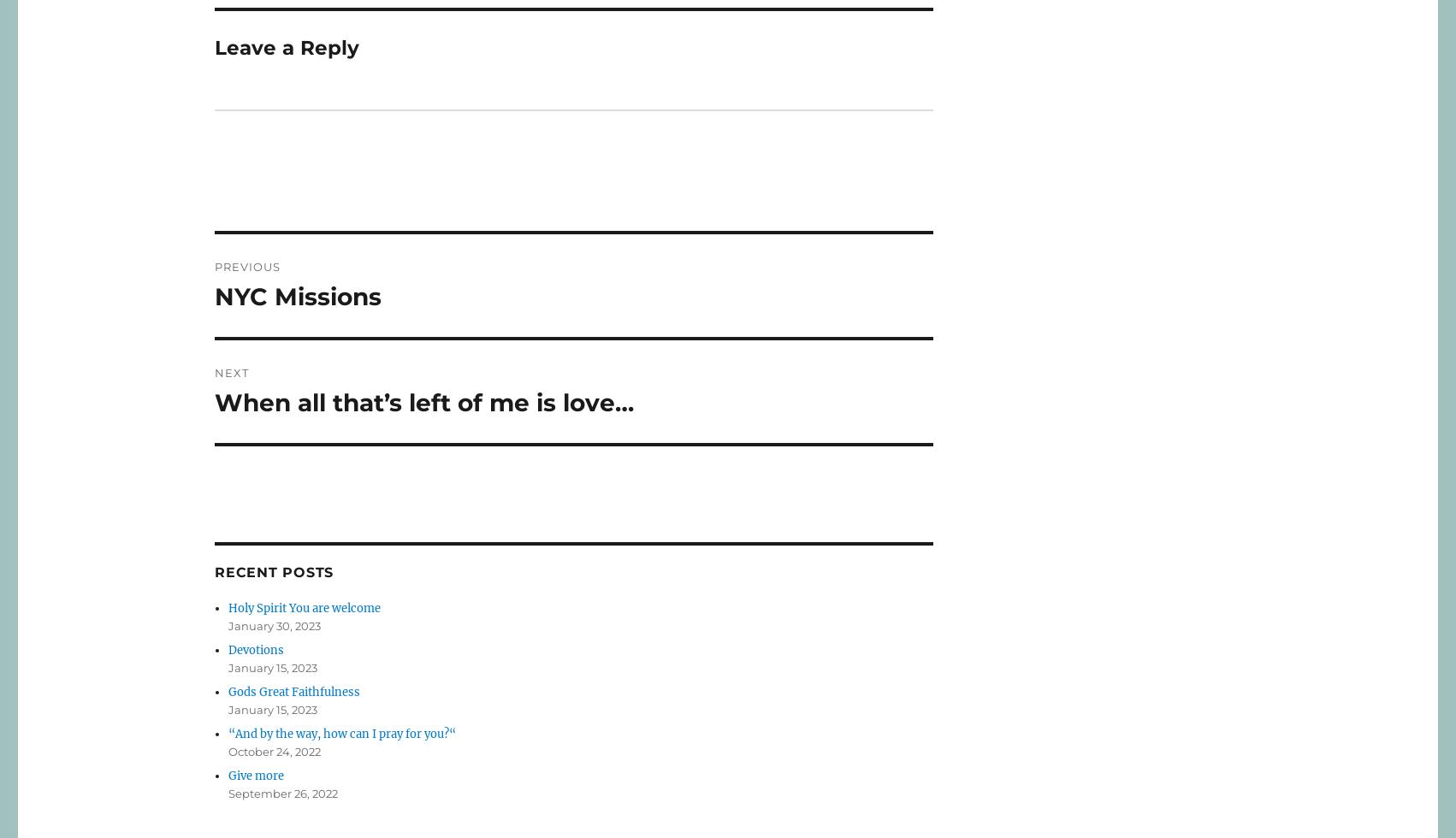 This screenshot has height=838, width=1456. I want to click on '“And by the way, how can I pray for you?“', so click(341, 733).